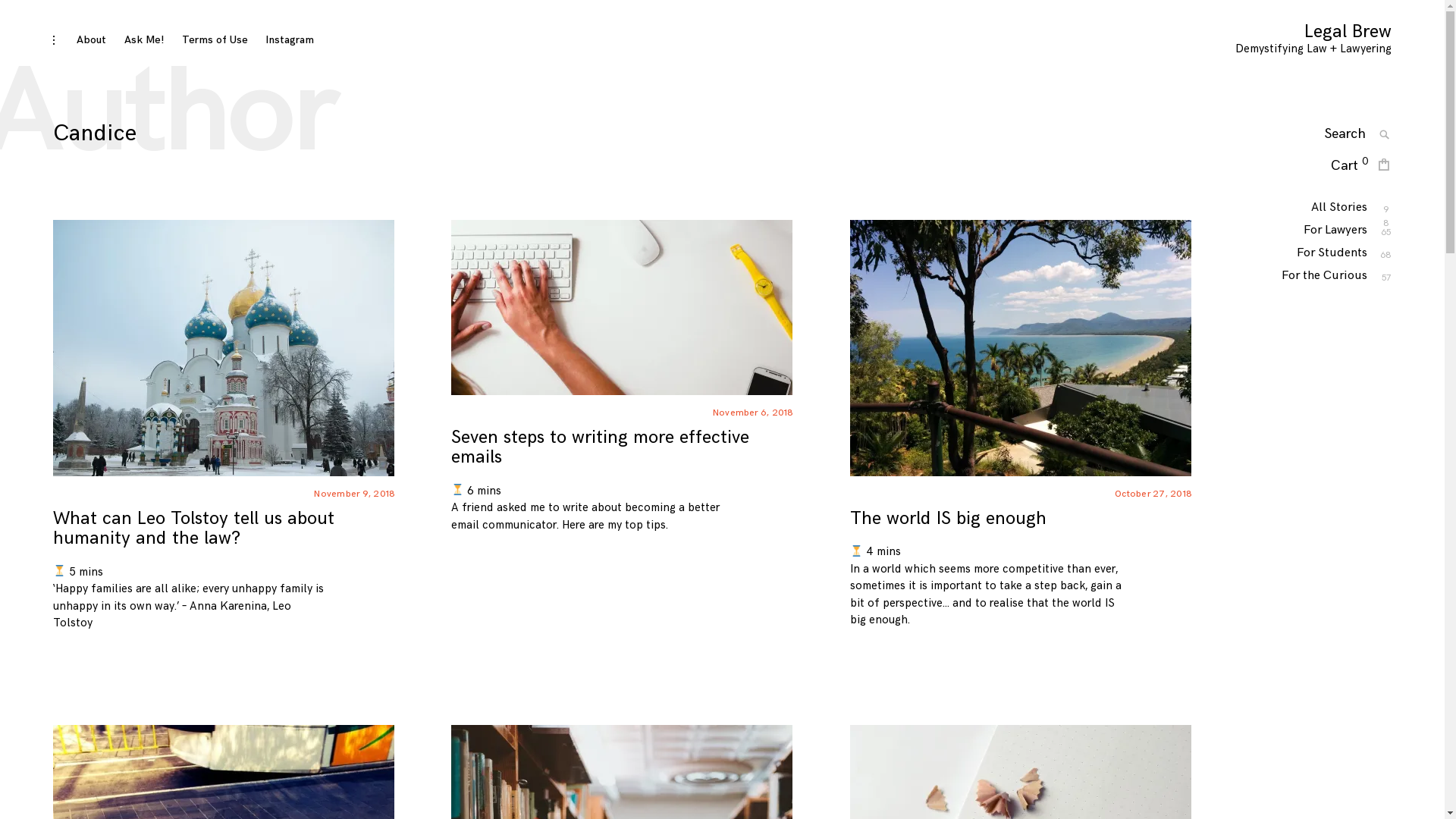 This screenshot has width=1456, height=819. What do you see at coordinates (1331, 252) in the screenshot?
I see `'For Students` at bounding box center [1331, 252].